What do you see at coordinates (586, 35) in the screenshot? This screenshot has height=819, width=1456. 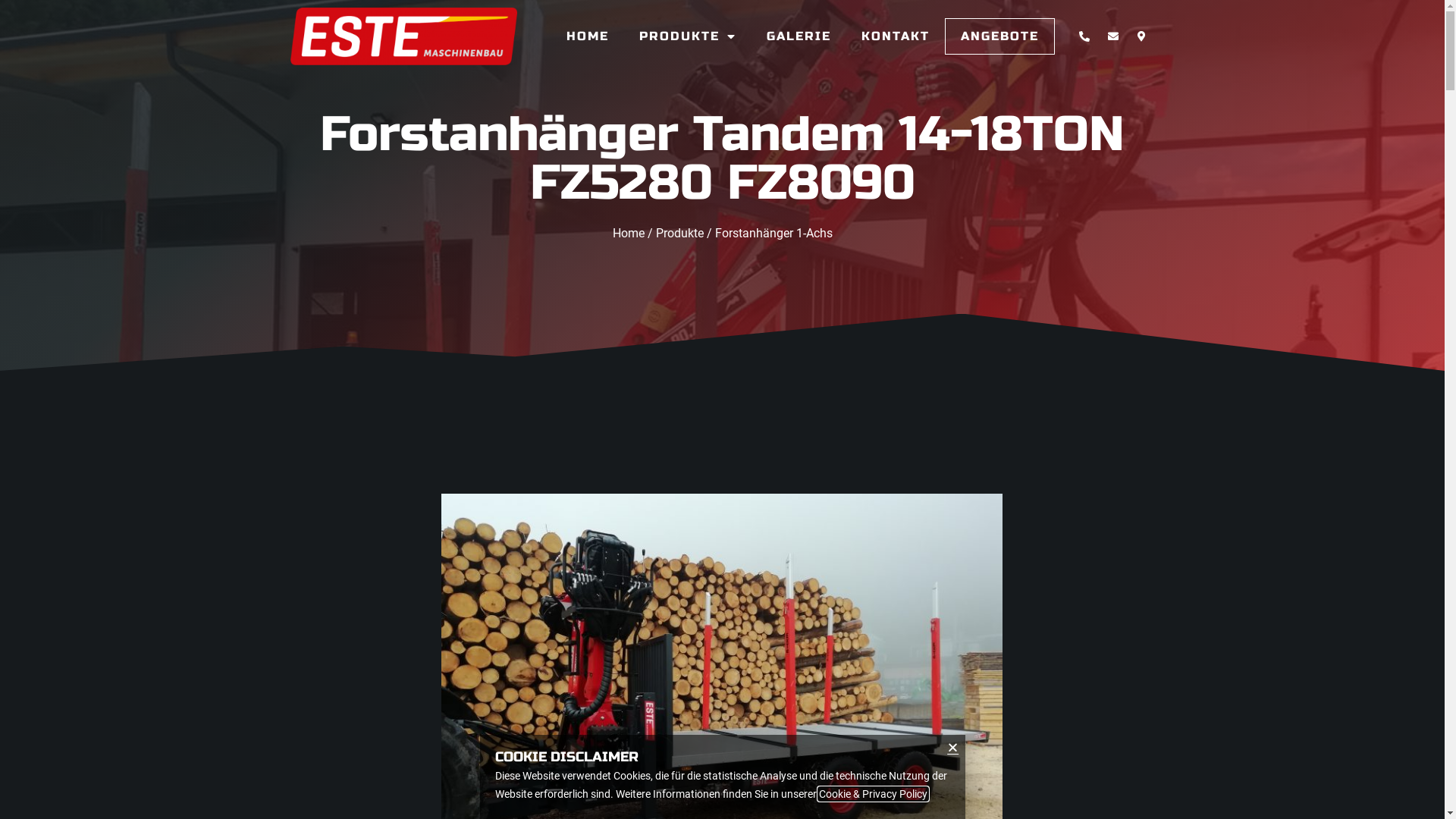 I see `'HOME'` at bounding box center [586, 35].